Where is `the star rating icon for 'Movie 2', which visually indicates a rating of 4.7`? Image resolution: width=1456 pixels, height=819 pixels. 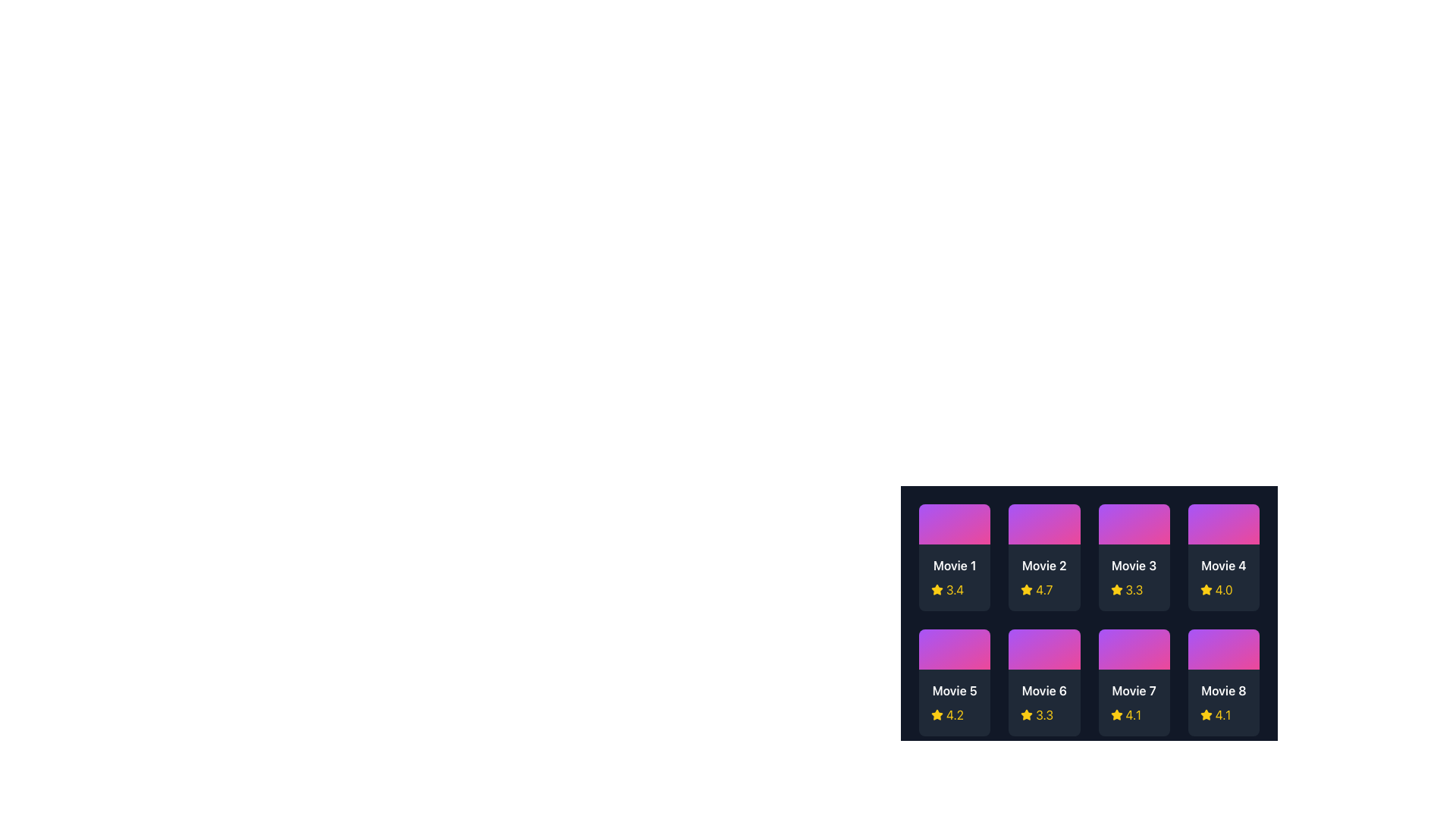
the star rating icon for 'Movie 2', which visually indicates a rating of 4.7 is located at coordinates (1027, 588).